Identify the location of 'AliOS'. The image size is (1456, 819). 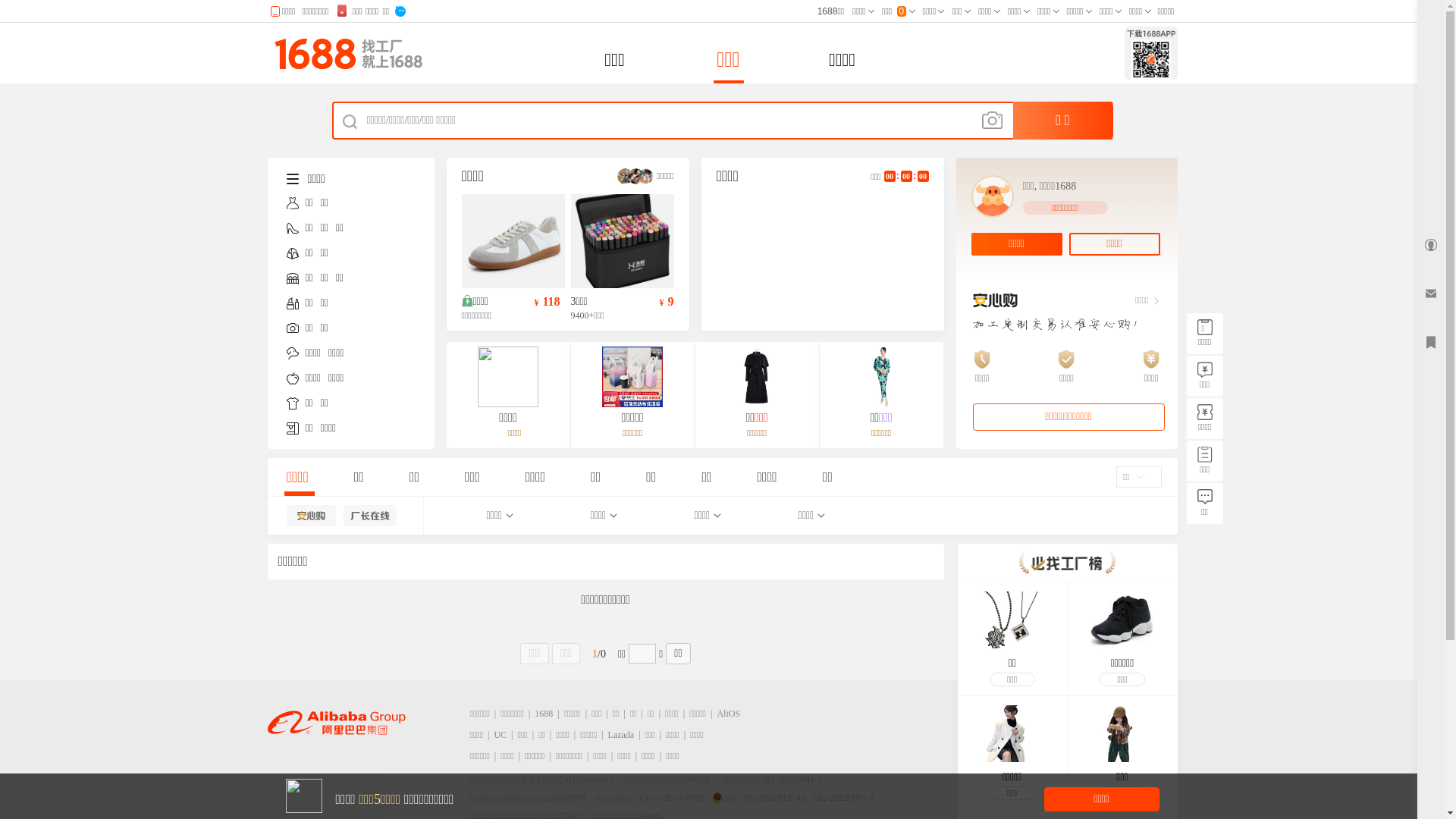
(728, 714).